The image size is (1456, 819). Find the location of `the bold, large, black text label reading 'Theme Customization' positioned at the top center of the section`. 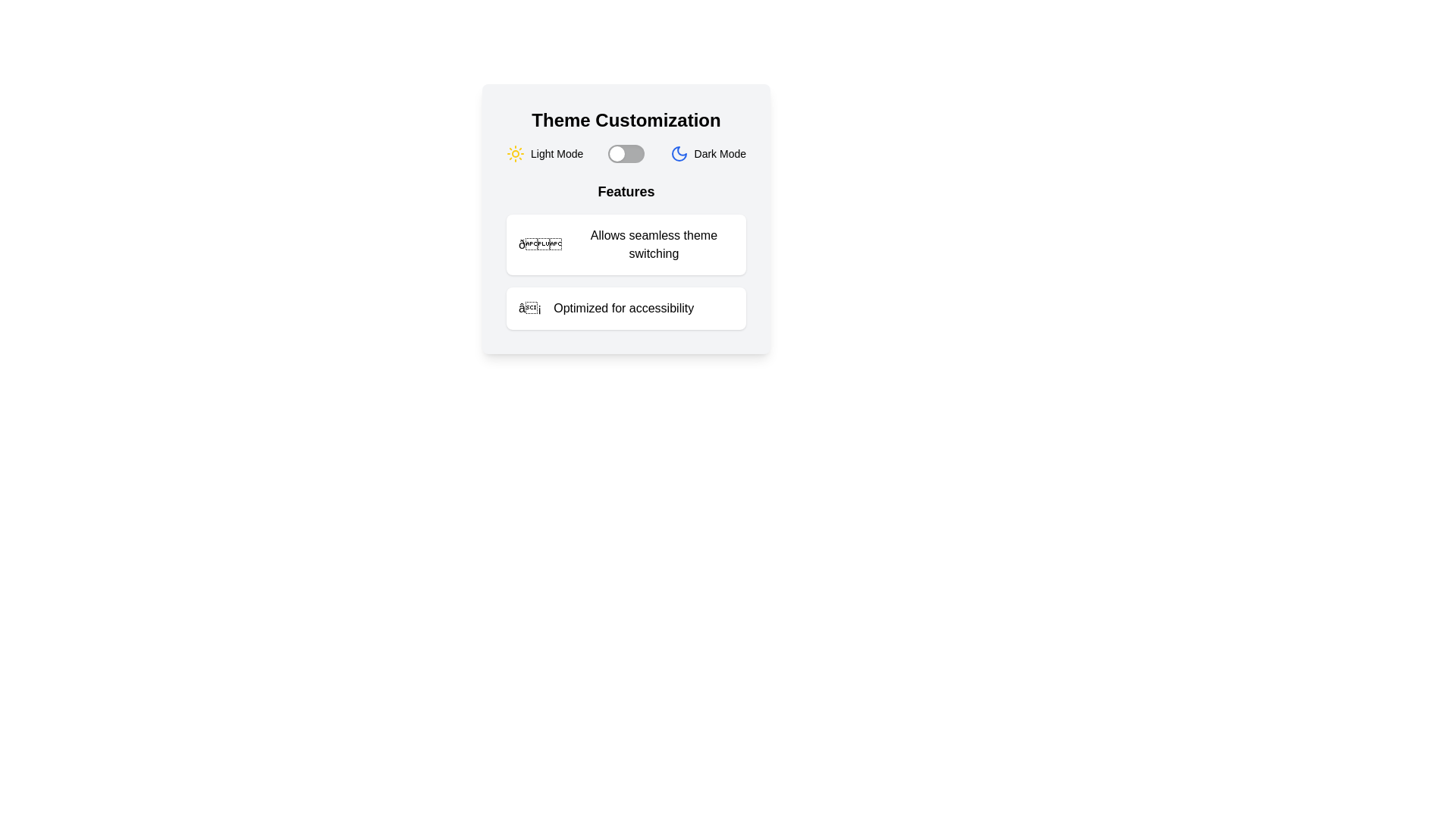

the bold, large, black text label reading 'Theme Customization' positioned at the top center of the section is located at coordinates (626, 119).